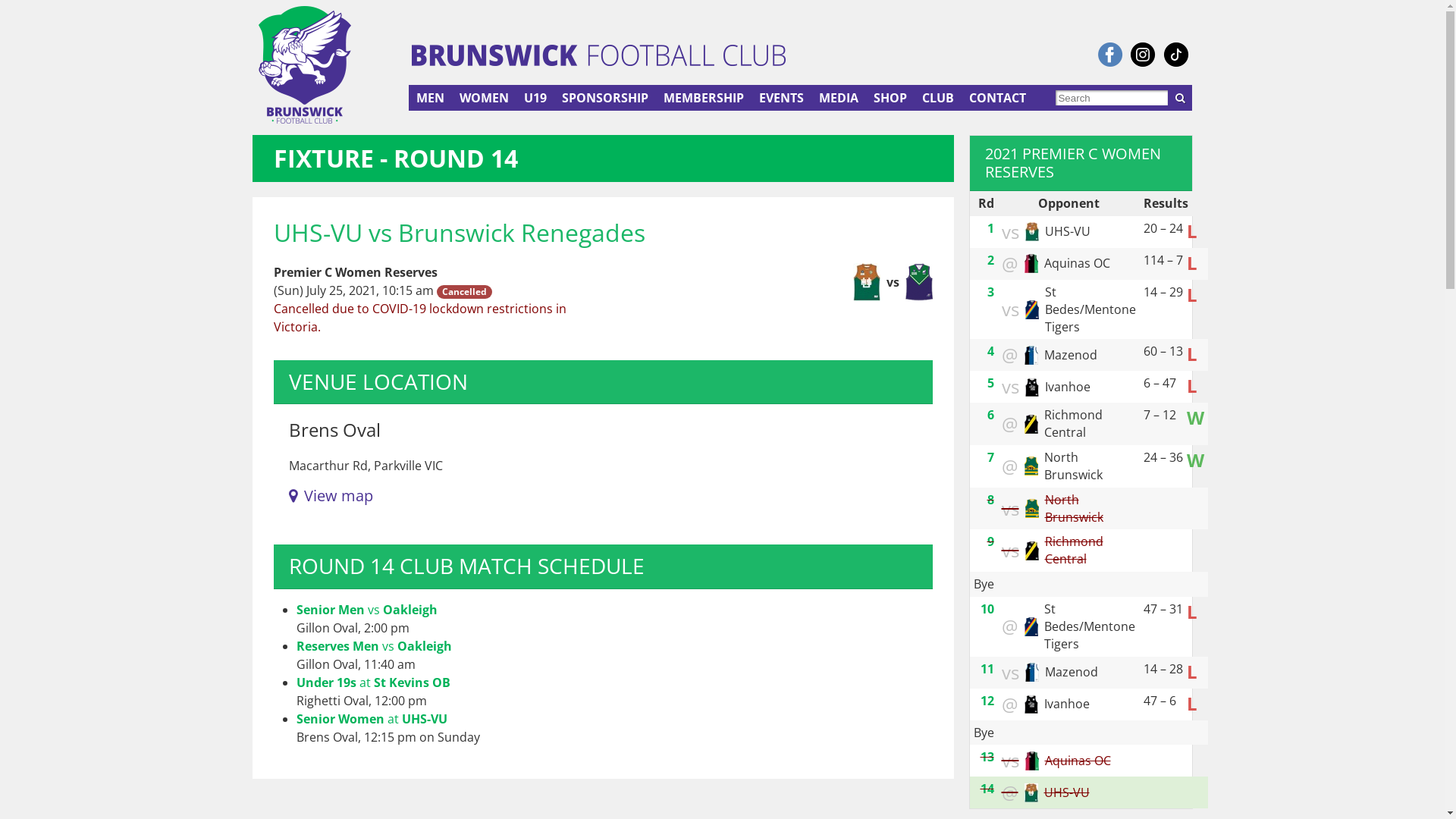 The width and height of the screenshot is (1456, 819). Describe the element at coordinates (604, 97) in the screenshot. I see `'SPONSORSHIP'` at that location.